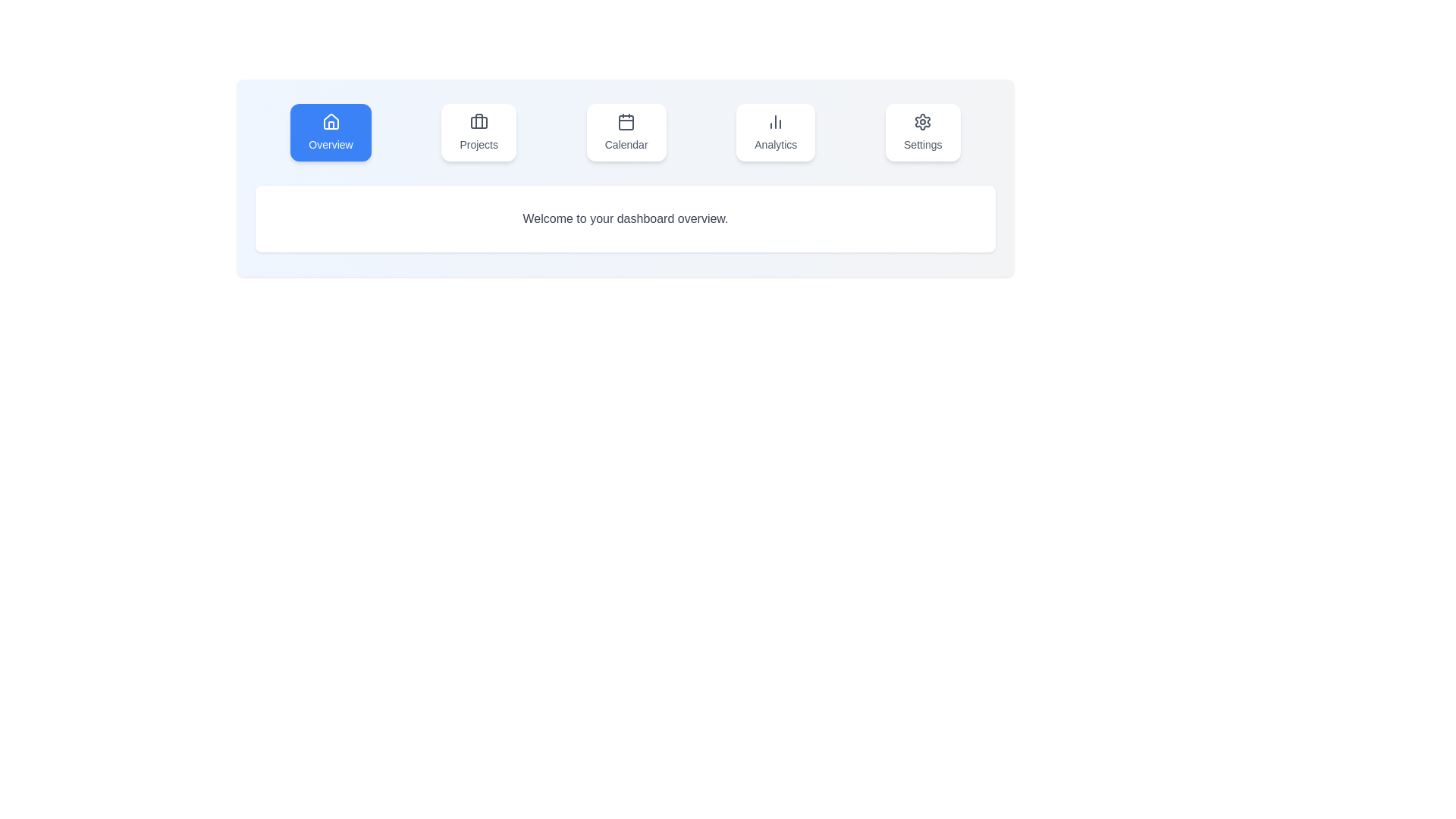  Describe the element at coordinates (330, 145) in the screenshot. I see `text label displaying 'Overview' in white on a blue background, which is centrally located below a house-shaped icon in the navigation menu` at that location.